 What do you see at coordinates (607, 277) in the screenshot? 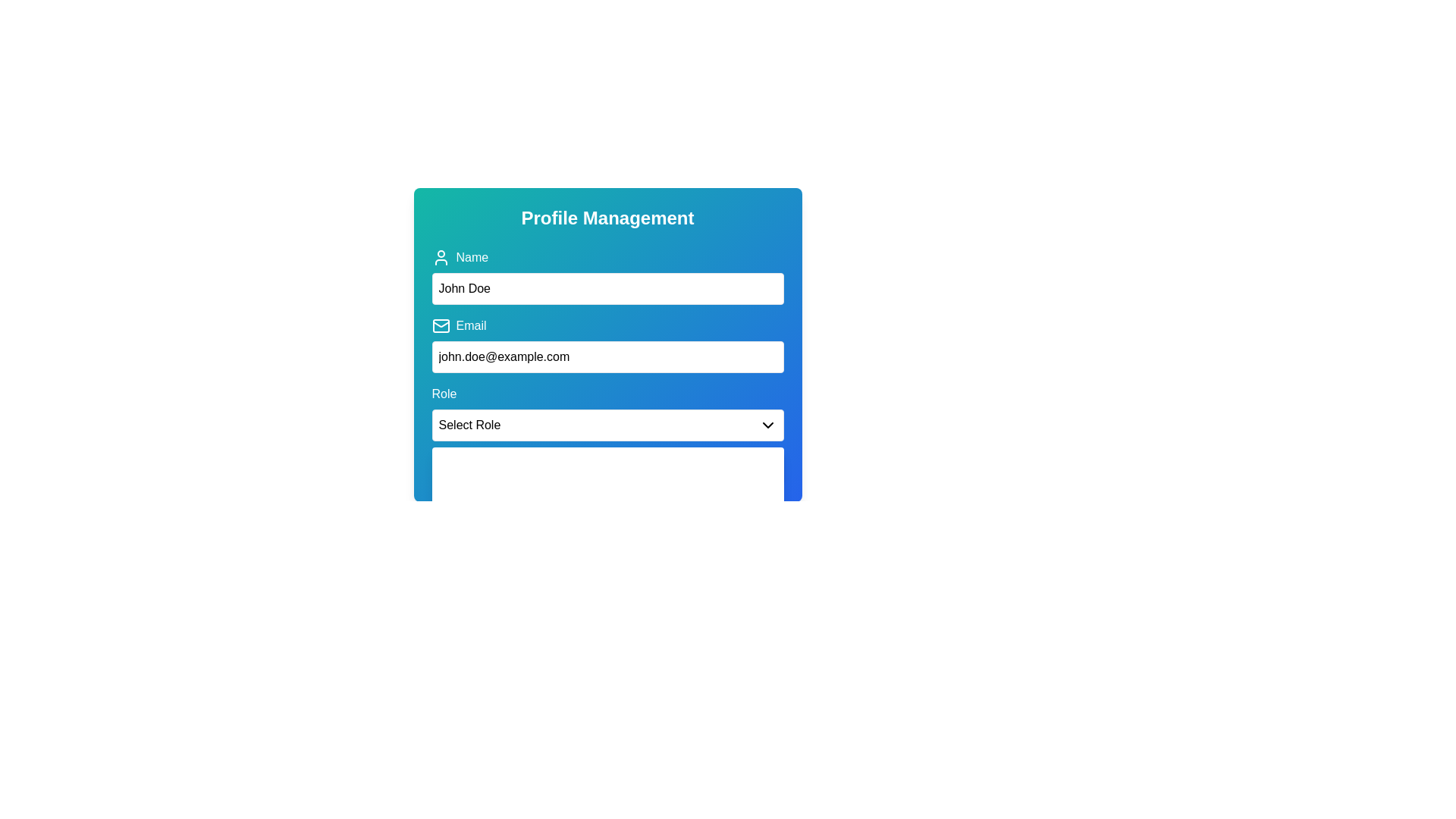
I see `the text input field labeled 'Name' to focus on it for text entry` at bounding box center [607, 277].